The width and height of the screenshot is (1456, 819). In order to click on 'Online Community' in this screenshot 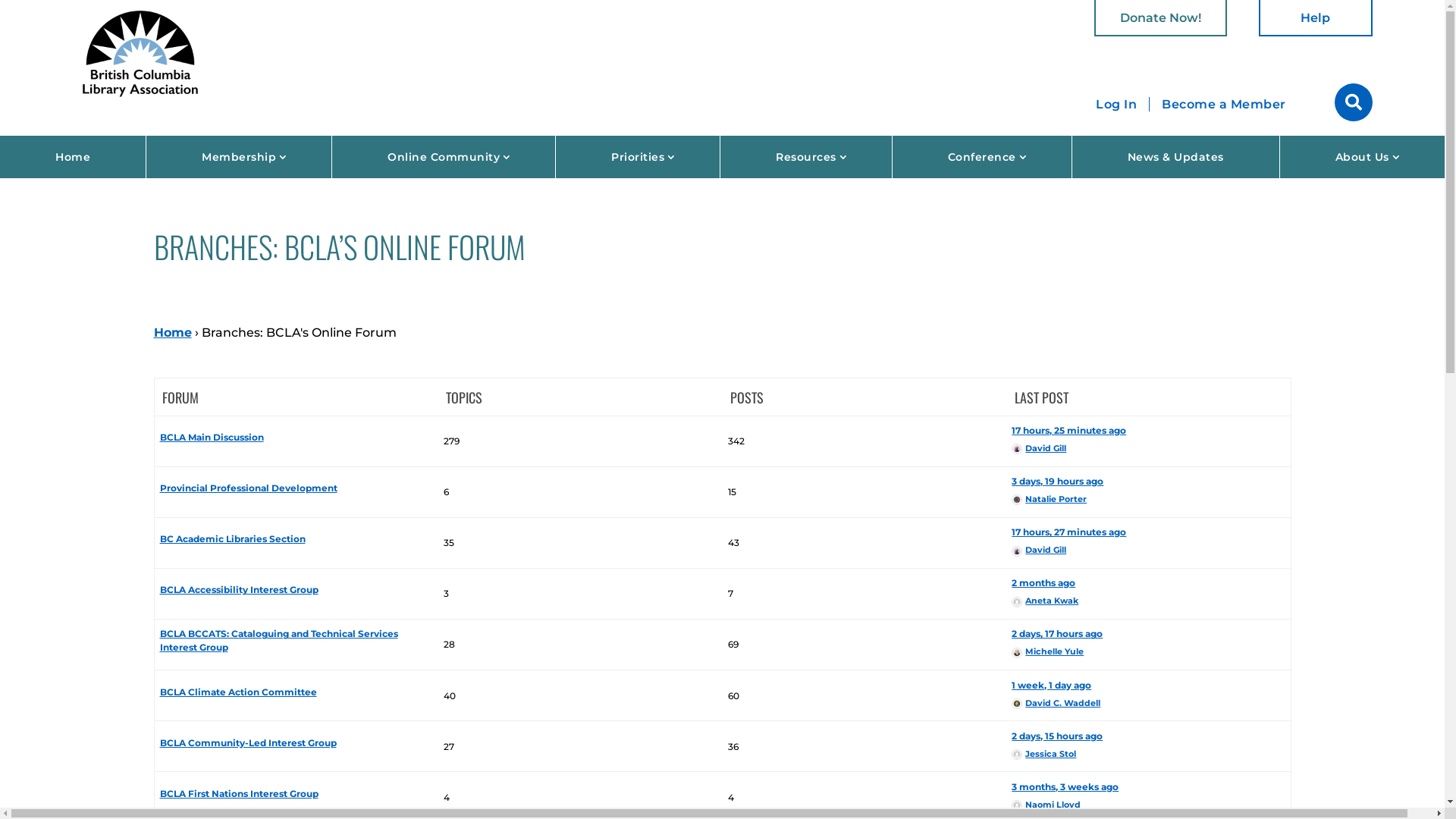, I will do `click(443, 157)`.